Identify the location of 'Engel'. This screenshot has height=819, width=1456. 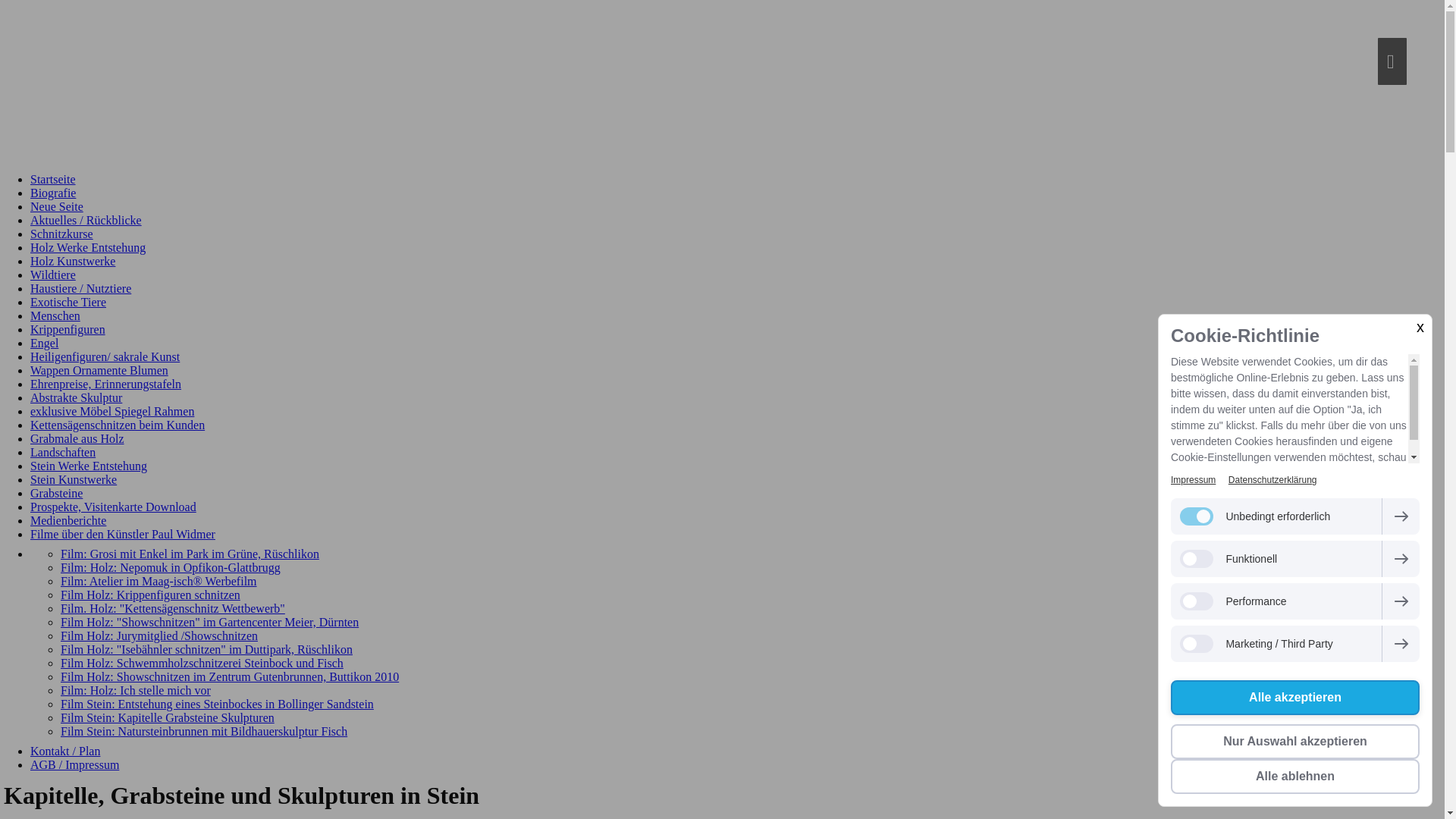
(44, 343).